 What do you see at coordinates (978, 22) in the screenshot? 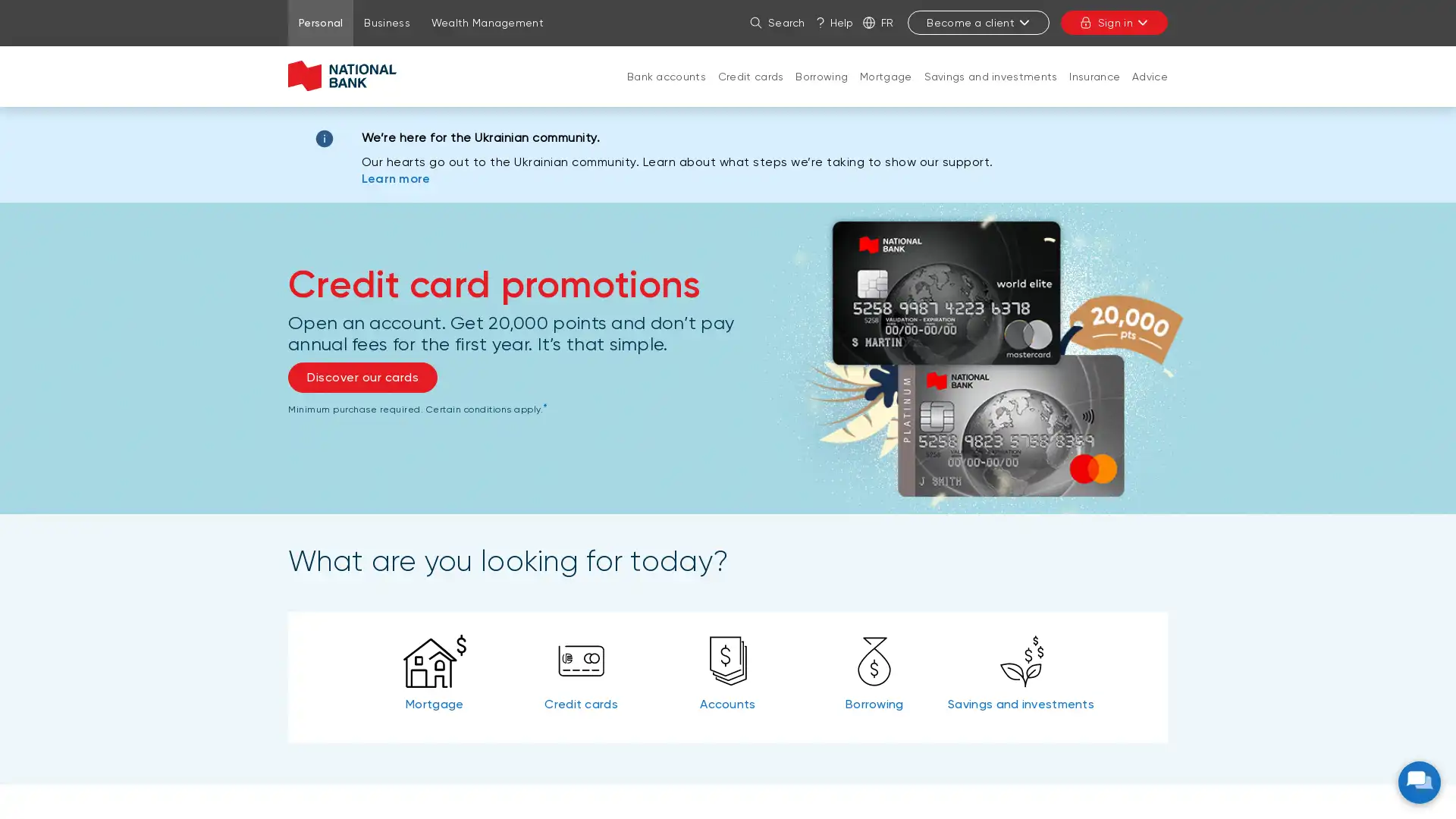
I see `Become a client` at bounding box center [978, 22].